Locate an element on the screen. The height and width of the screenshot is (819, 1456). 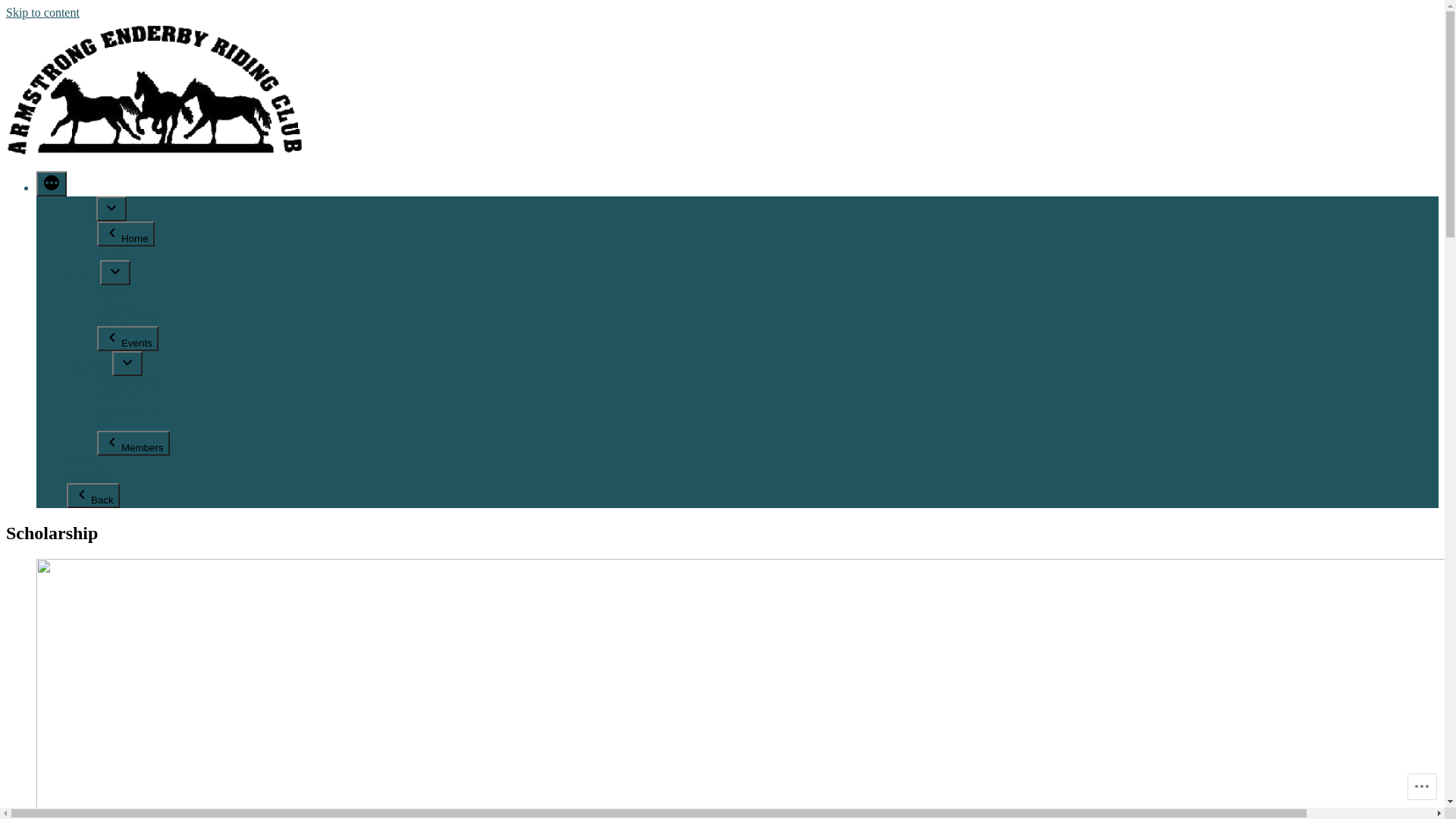
'Back' is located at coordinates (93, 495).